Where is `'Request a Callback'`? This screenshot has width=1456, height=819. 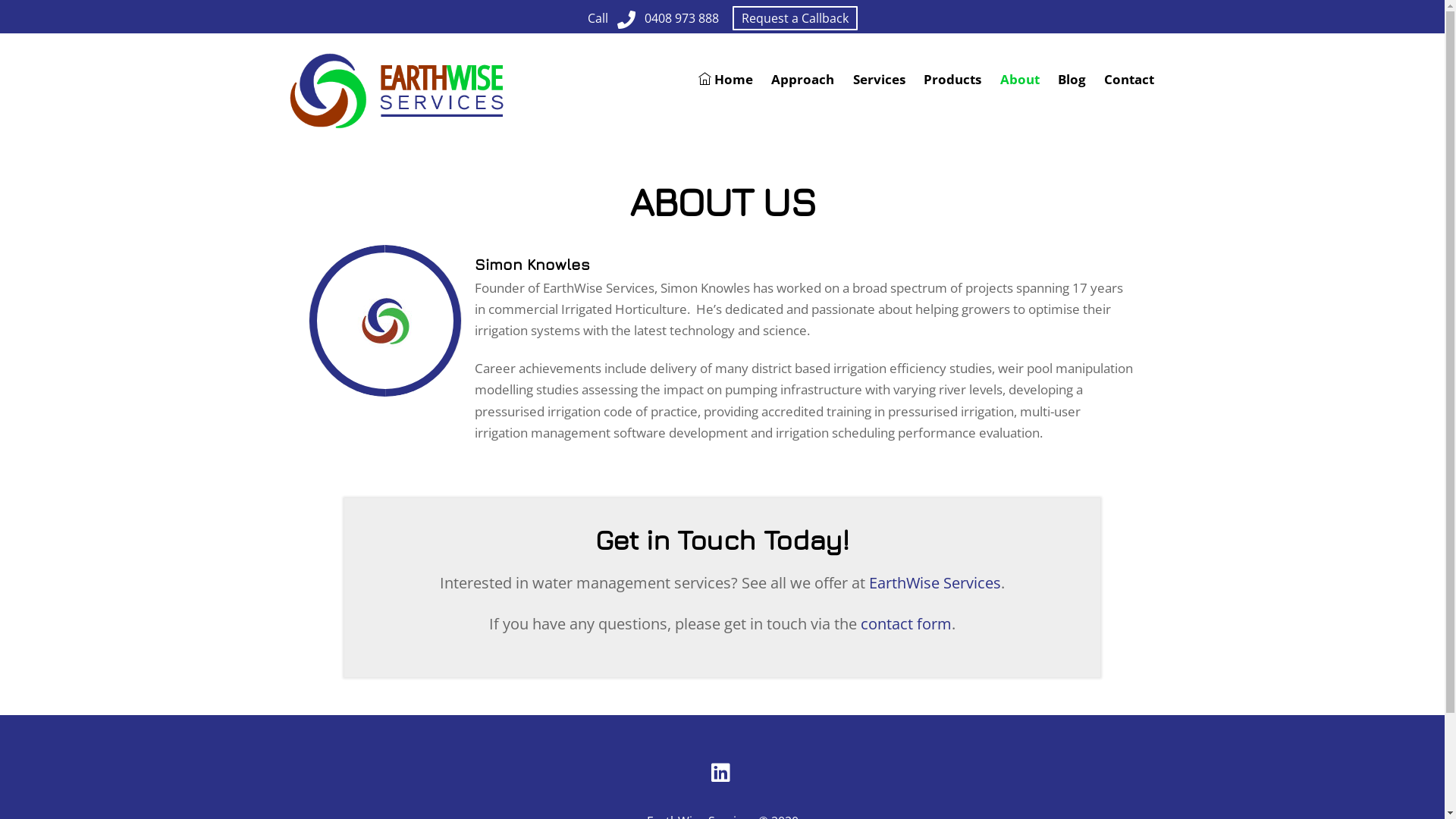
'Request a Callback' is located at coordinates (794, 17).